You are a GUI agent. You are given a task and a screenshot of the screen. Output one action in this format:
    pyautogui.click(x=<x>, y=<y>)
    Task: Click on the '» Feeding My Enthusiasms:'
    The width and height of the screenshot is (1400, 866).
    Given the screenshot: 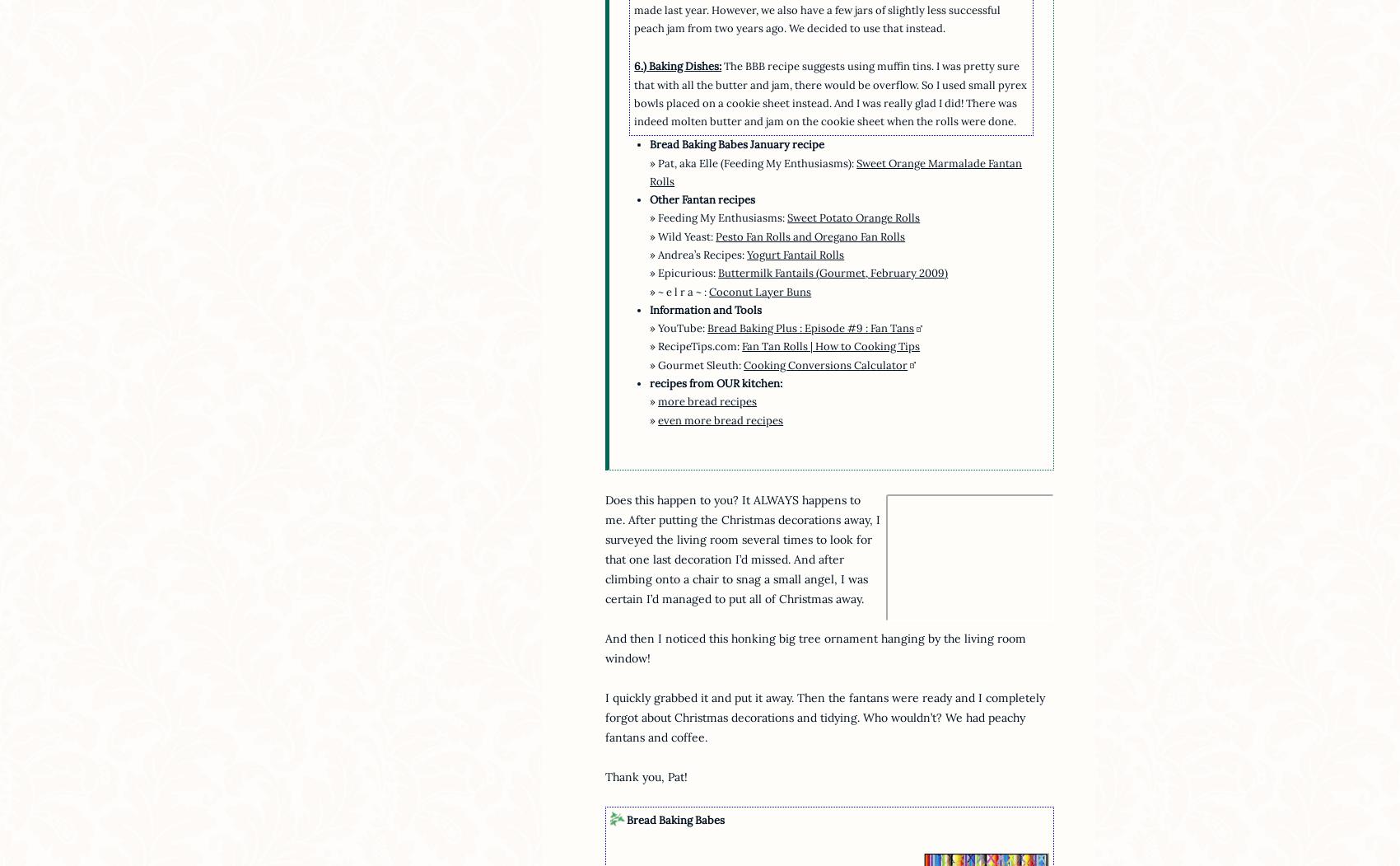 What is the action you would take?
    pyautogui.click(x=718, y=218)
    